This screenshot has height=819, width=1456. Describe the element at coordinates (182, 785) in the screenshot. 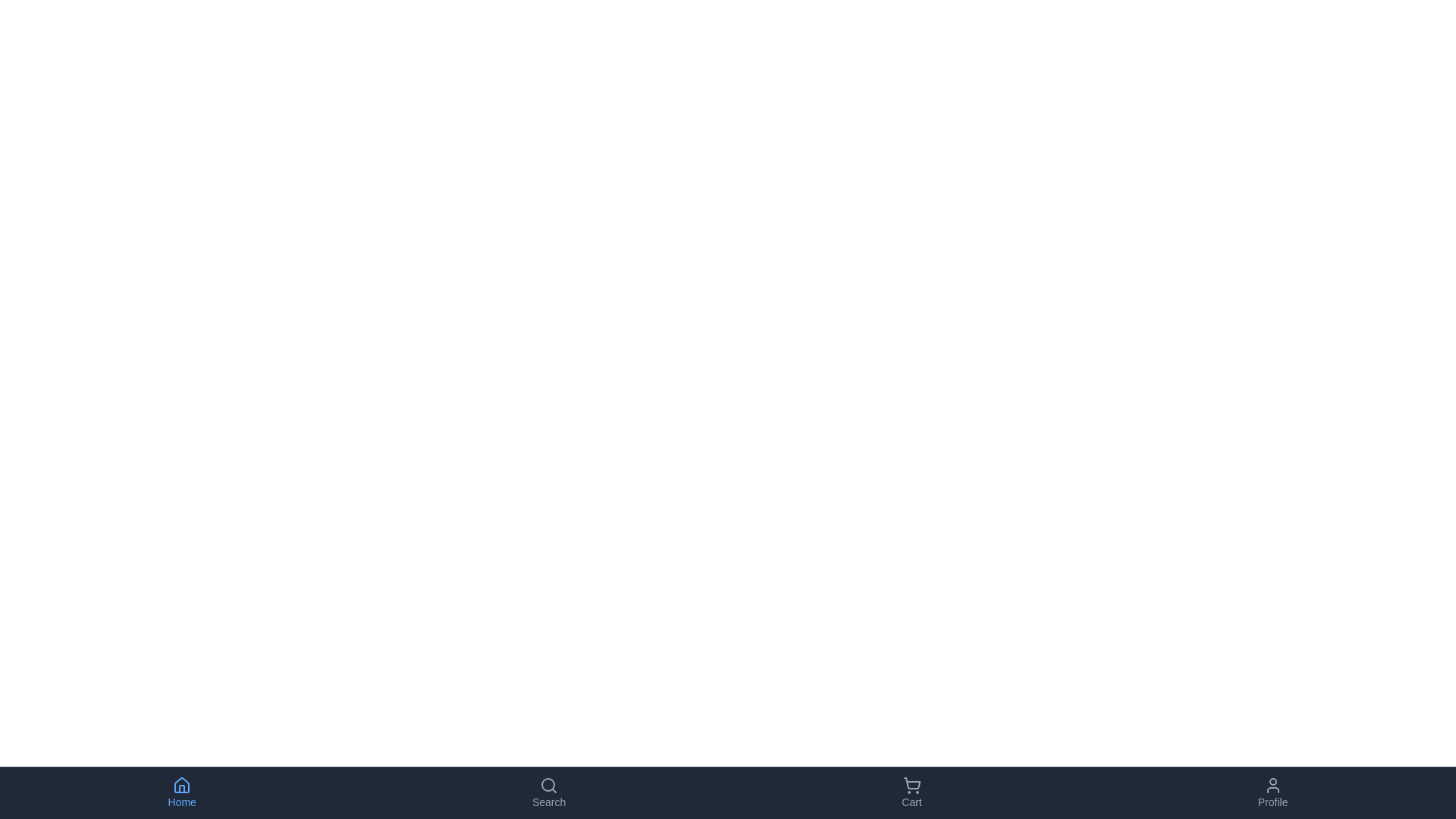

I see `the 'Home' icon located in the bottom navigation bar` at that location.